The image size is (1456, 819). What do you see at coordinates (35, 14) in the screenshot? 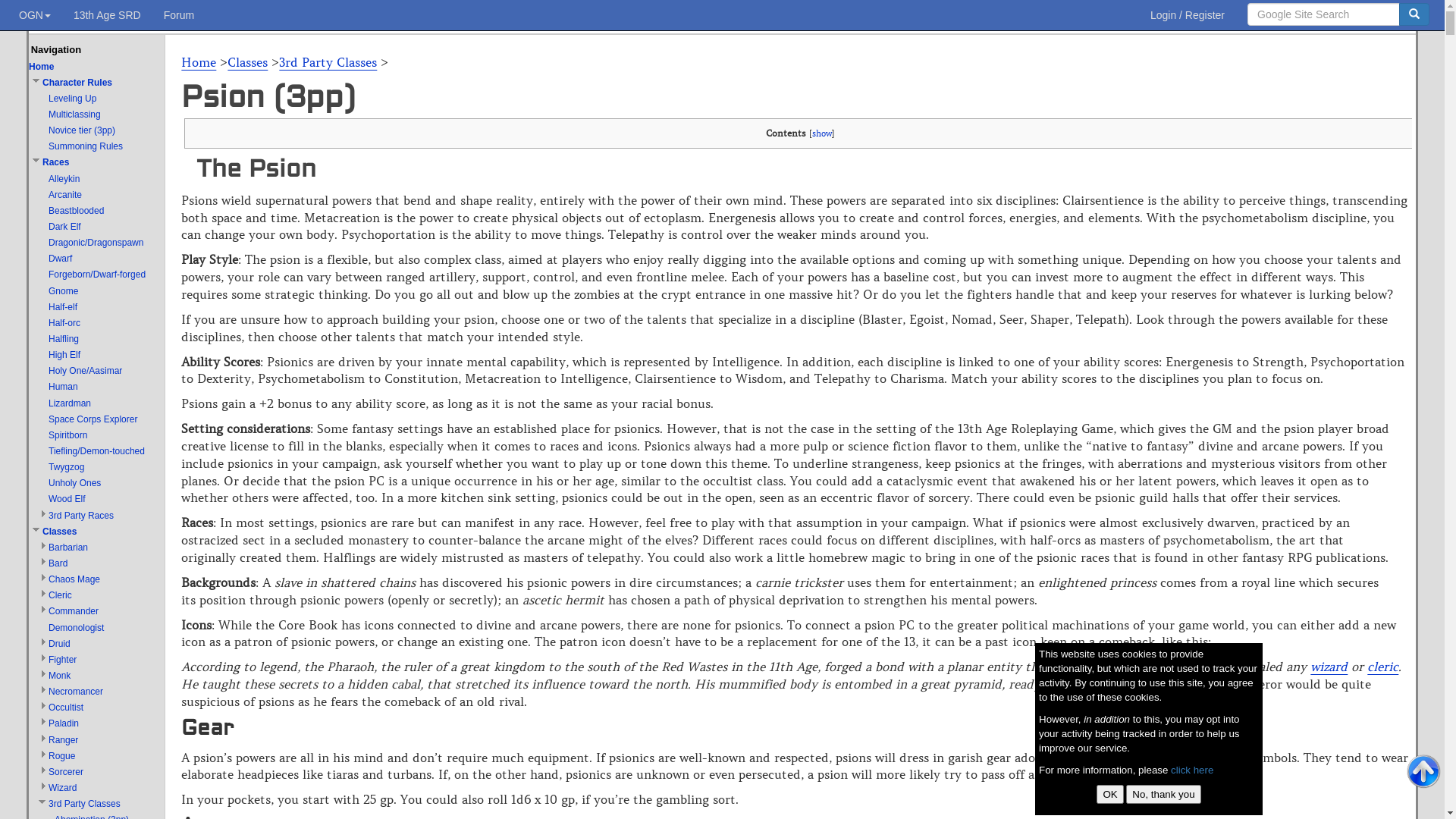
I see `'OGN'` at bounding box center [35, 14].